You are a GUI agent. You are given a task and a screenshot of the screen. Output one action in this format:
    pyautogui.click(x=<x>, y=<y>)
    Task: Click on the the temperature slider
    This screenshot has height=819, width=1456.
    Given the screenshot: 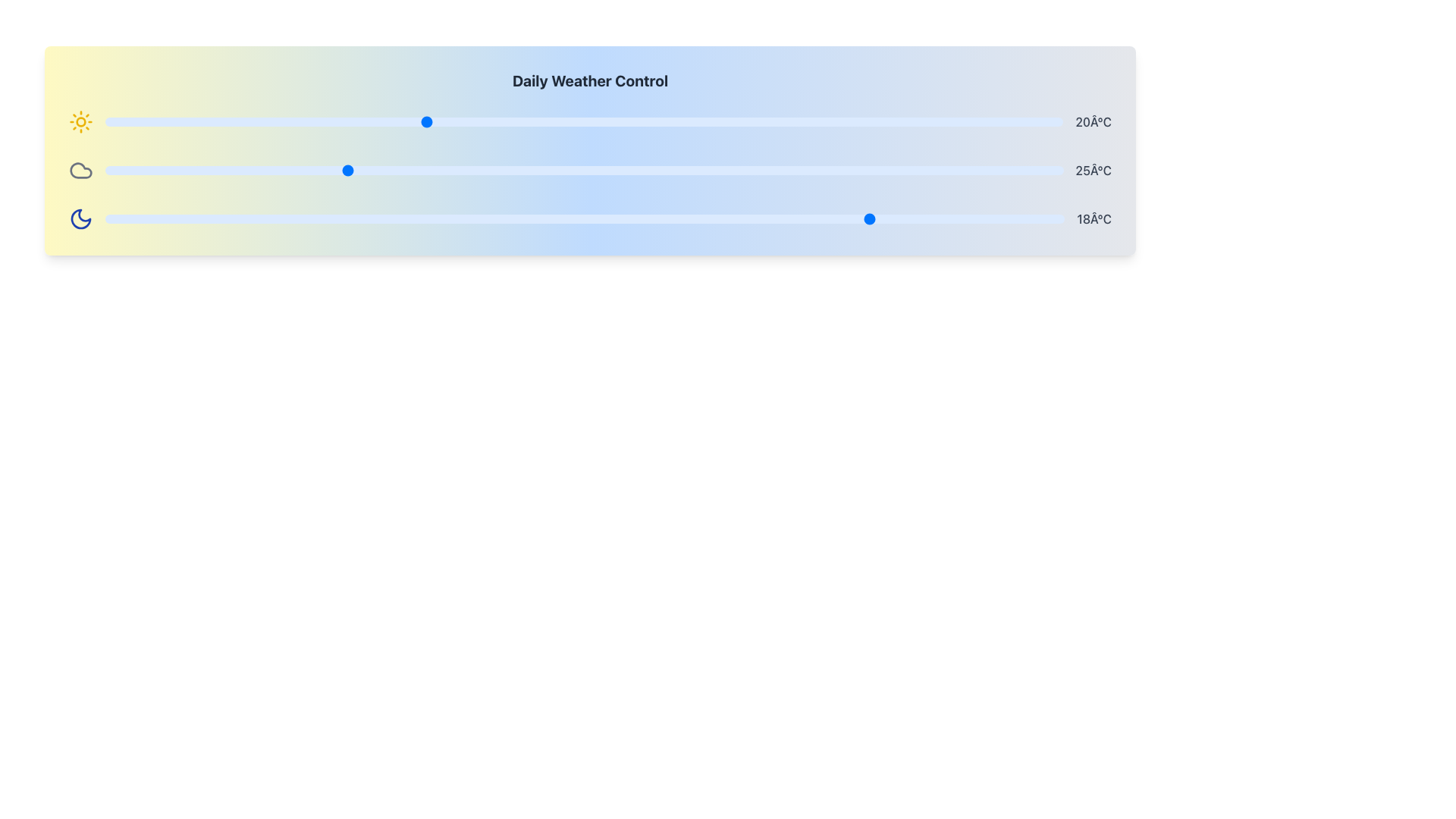 What is the action you would take?
    pyautogui.click(x=584, y=219)
    